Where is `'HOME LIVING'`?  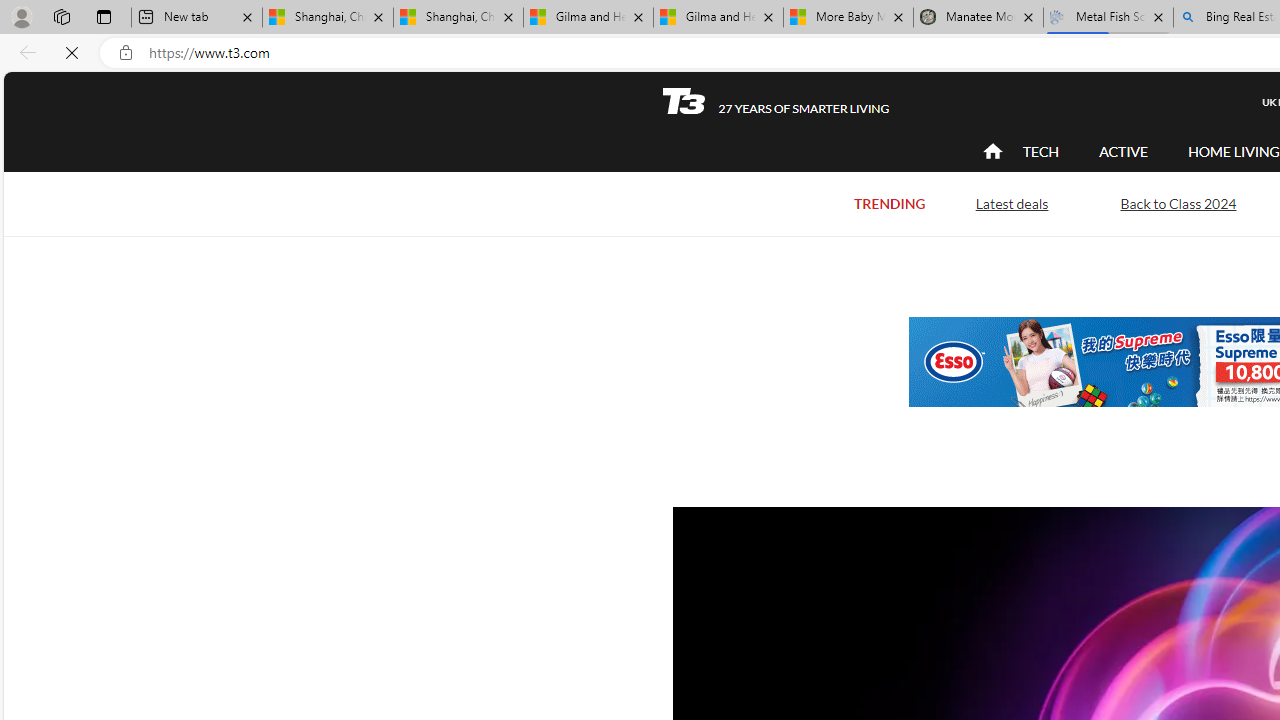
'HOME LIVING' is located at coordinates (1232, 150).